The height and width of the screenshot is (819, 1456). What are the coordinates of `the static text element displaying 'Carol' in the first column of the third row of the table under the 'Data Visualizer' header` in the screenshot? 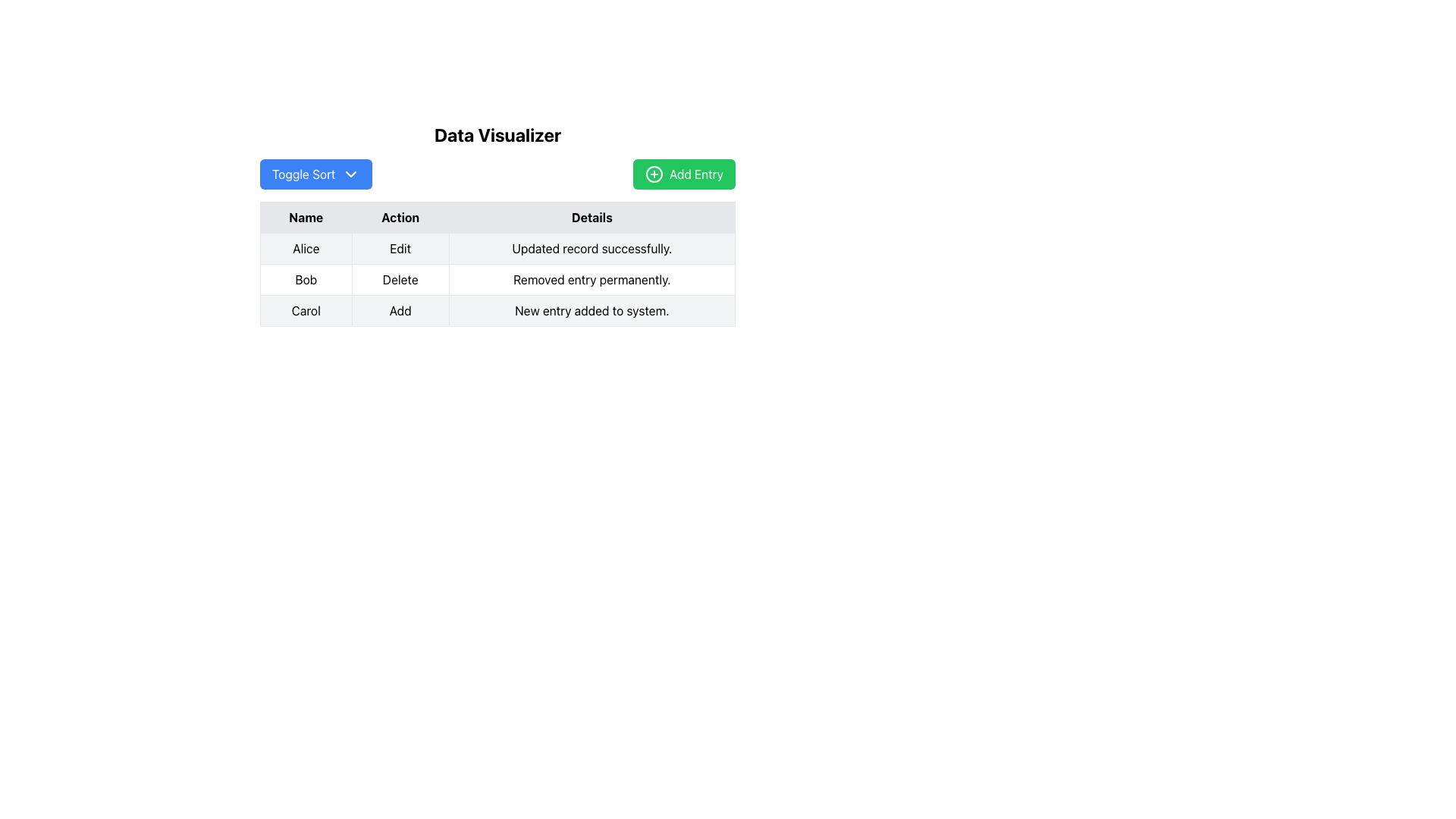 It's located at (305, 309).